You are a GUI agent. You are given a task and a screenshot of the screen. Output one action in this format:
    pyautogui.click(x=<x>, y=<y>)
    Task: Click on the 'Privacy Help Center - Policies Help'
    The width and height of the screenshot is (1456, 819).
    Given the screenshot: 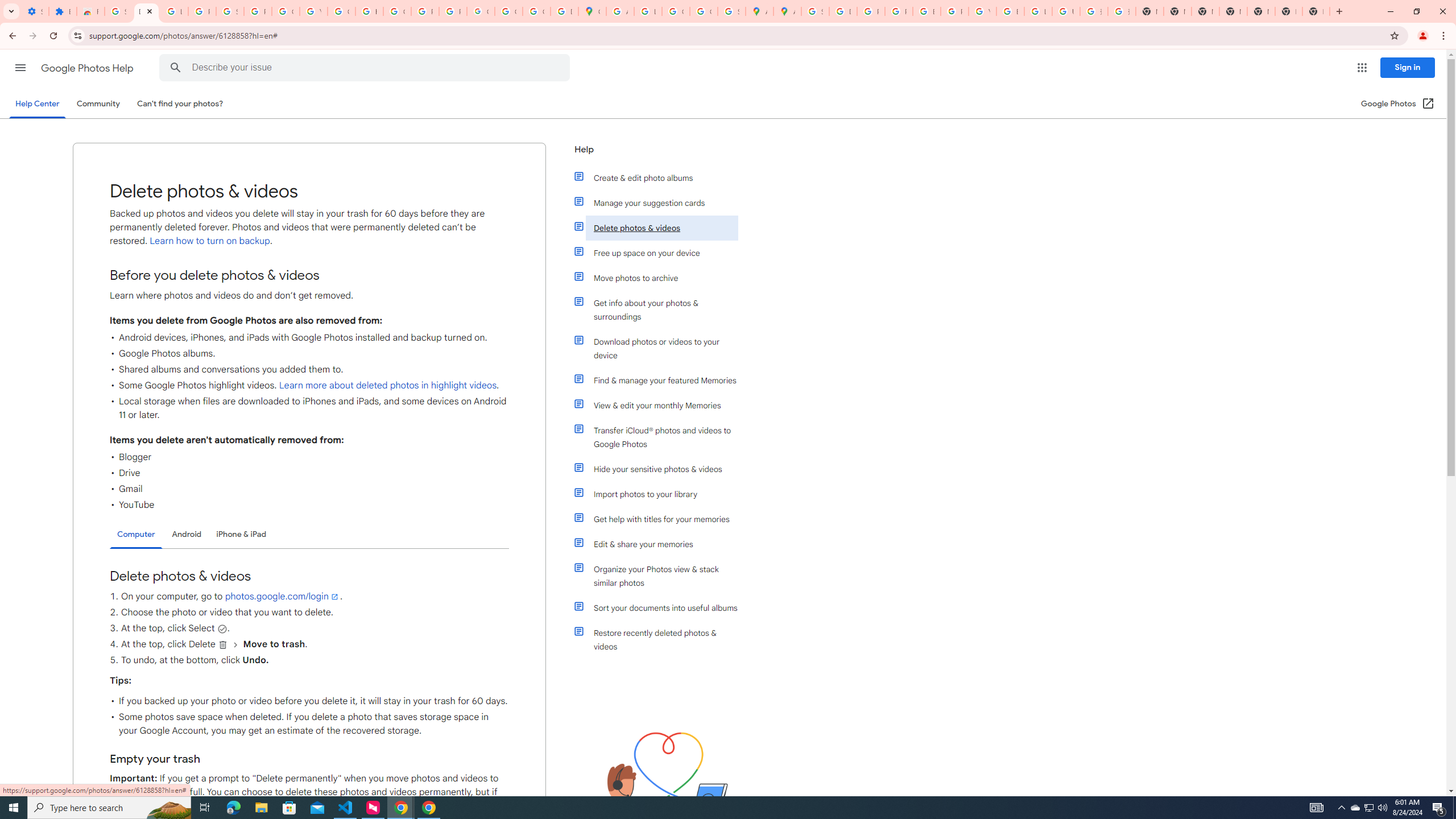 What is the action you would take?
    pyautogui.click(x=897, y=11)
    